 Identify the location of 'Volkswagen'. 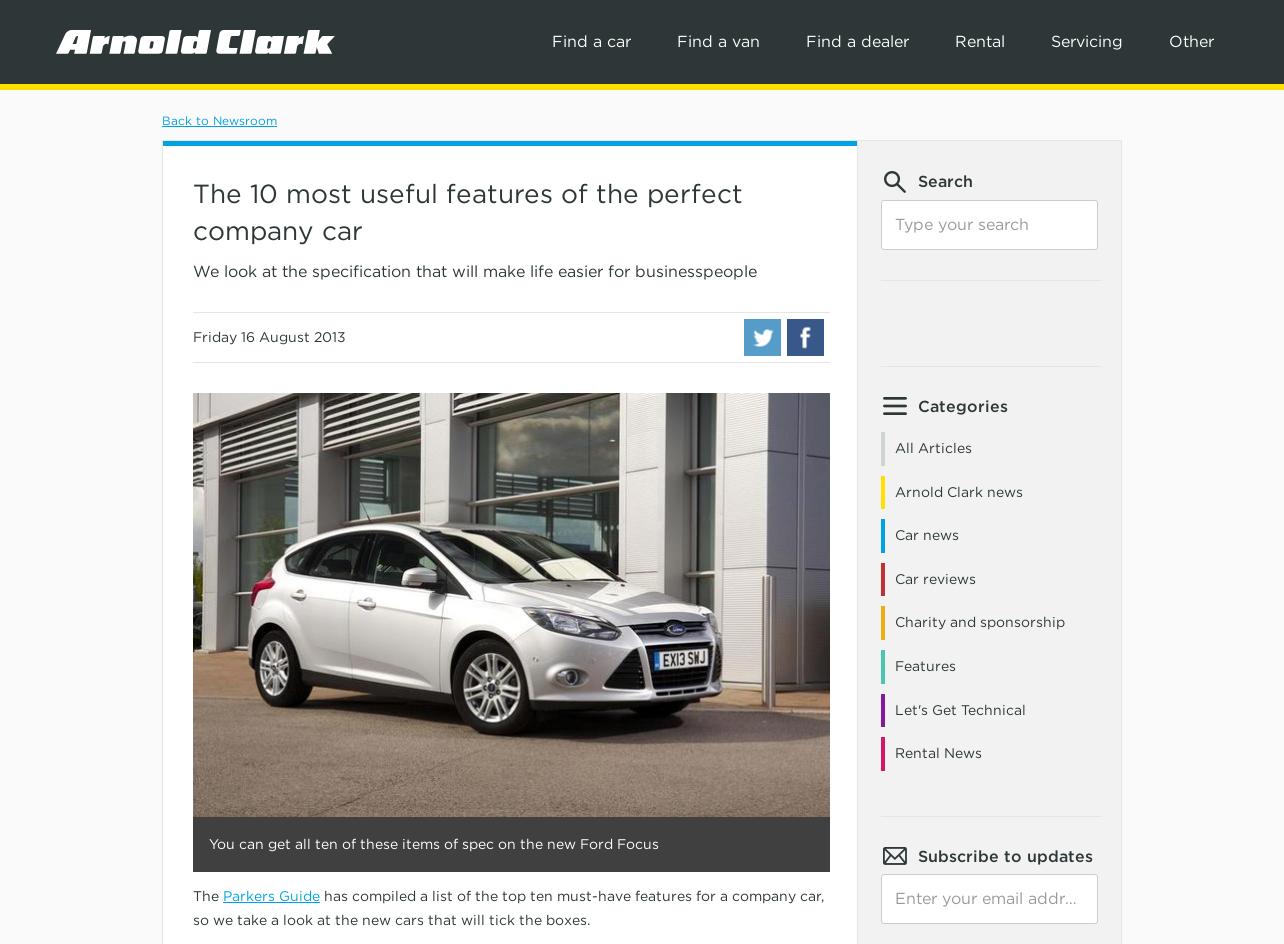
(752, 387).